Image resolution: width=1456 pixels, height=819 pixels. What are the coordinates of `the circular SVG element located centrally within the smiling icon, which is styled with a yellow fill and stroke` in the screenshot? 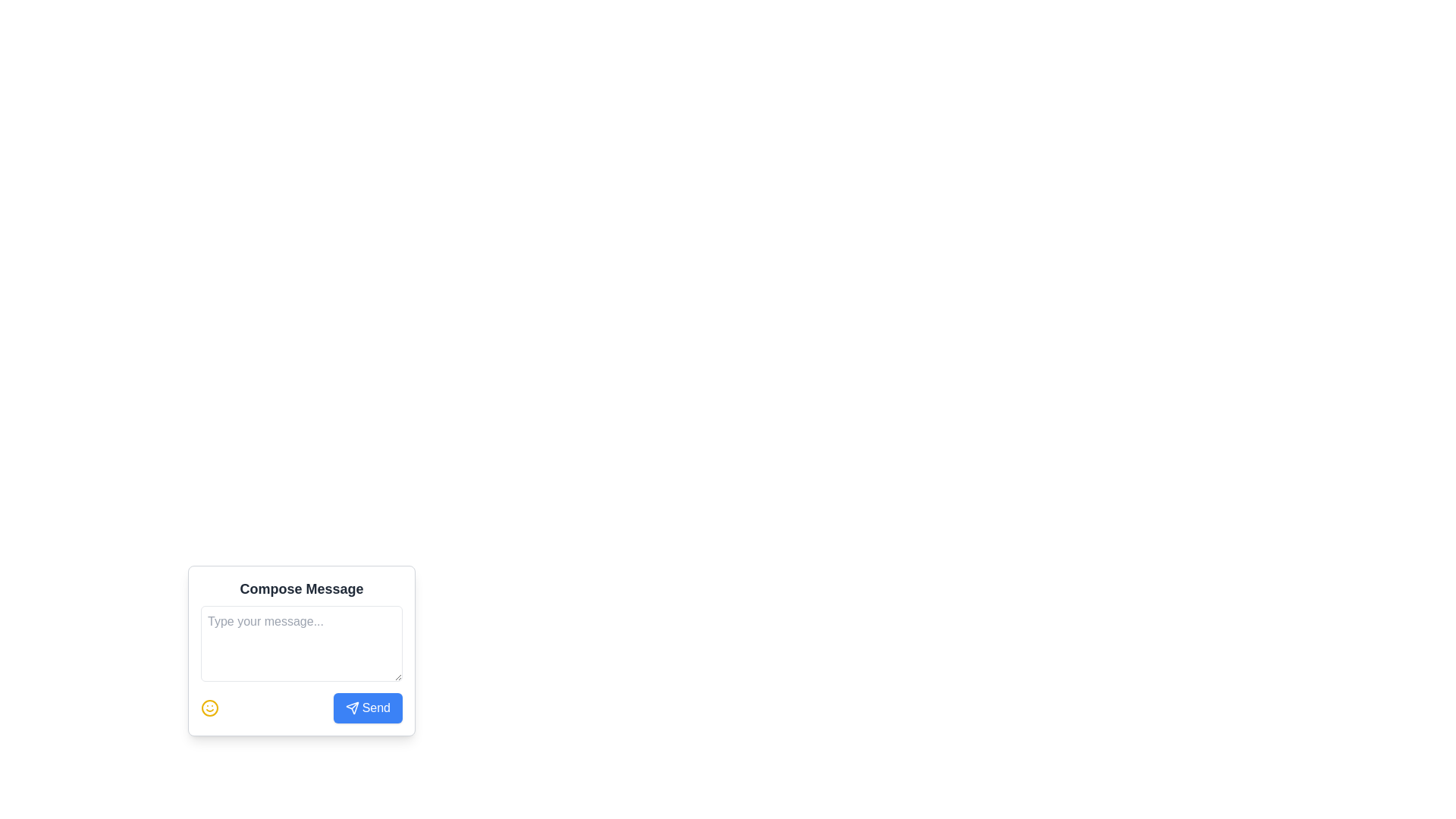 It's located at (209, 708).